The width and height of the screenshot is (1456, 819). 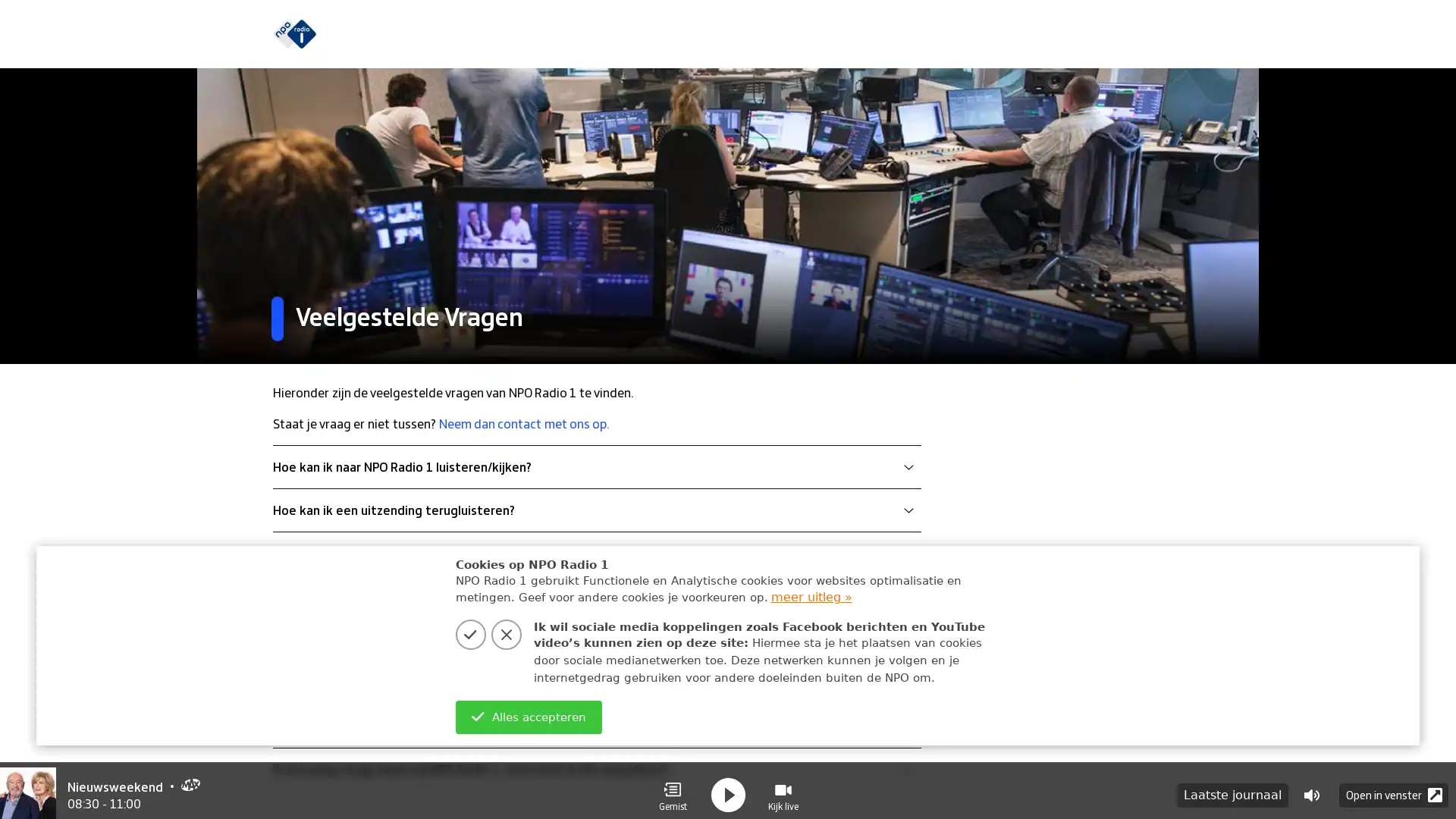 I want to click on play, so click(x=728, y=786).